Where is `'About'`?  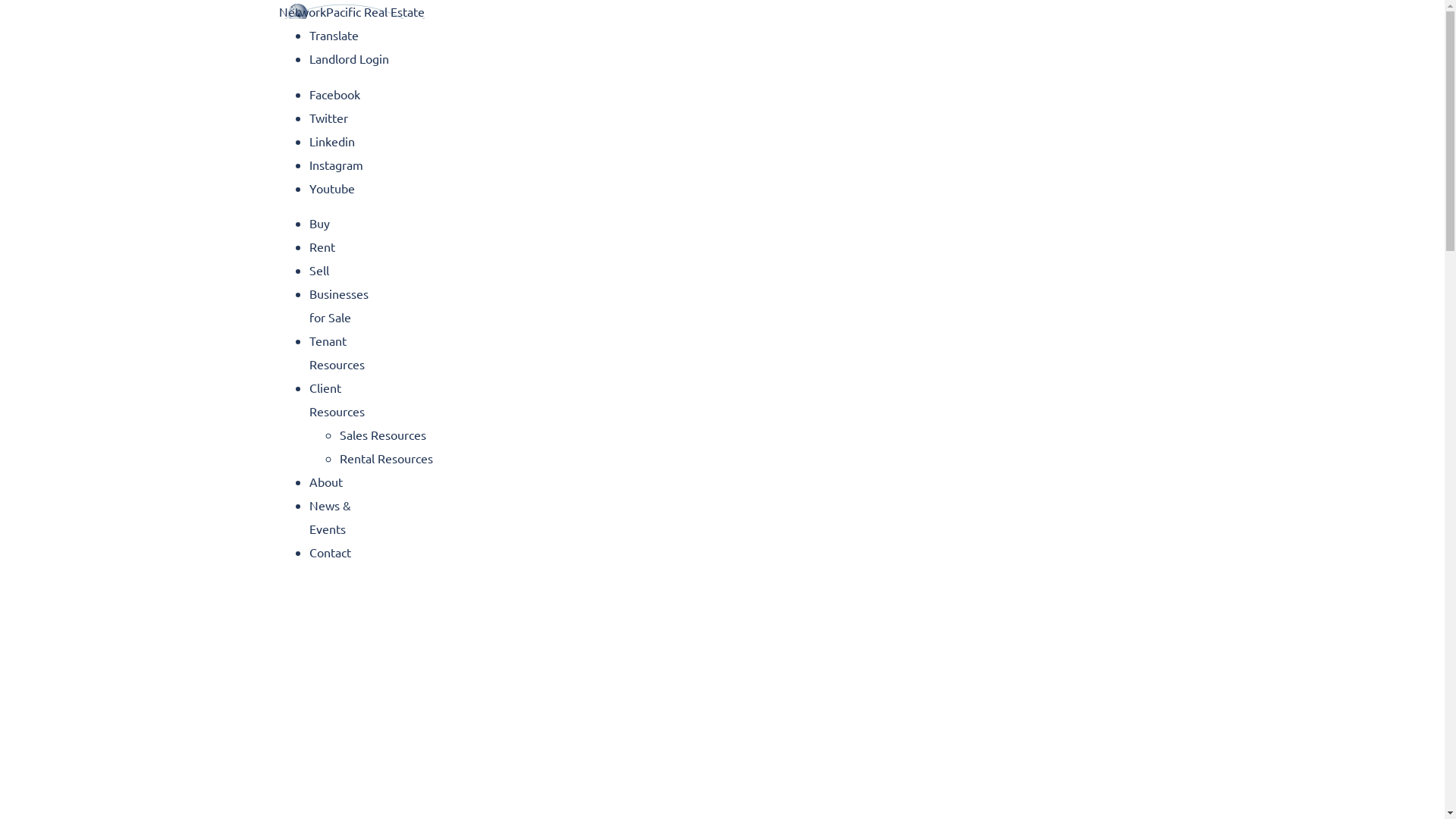
'About' is located at coordinates (325, 482).